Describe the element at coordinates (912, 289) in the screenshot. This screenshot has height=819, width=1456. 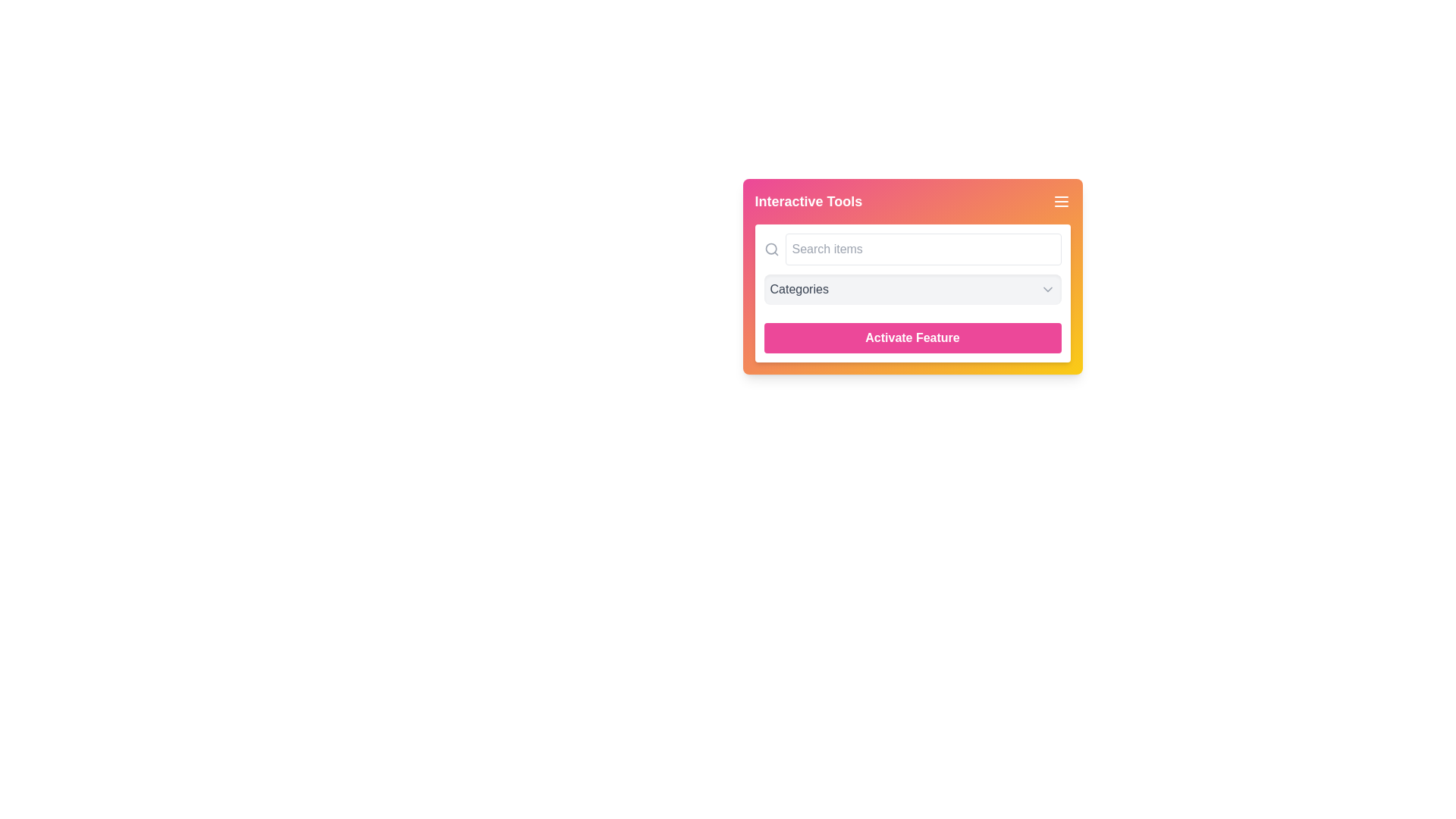
I see `the Dropdown Menu labeled 'Categories'` at that location.